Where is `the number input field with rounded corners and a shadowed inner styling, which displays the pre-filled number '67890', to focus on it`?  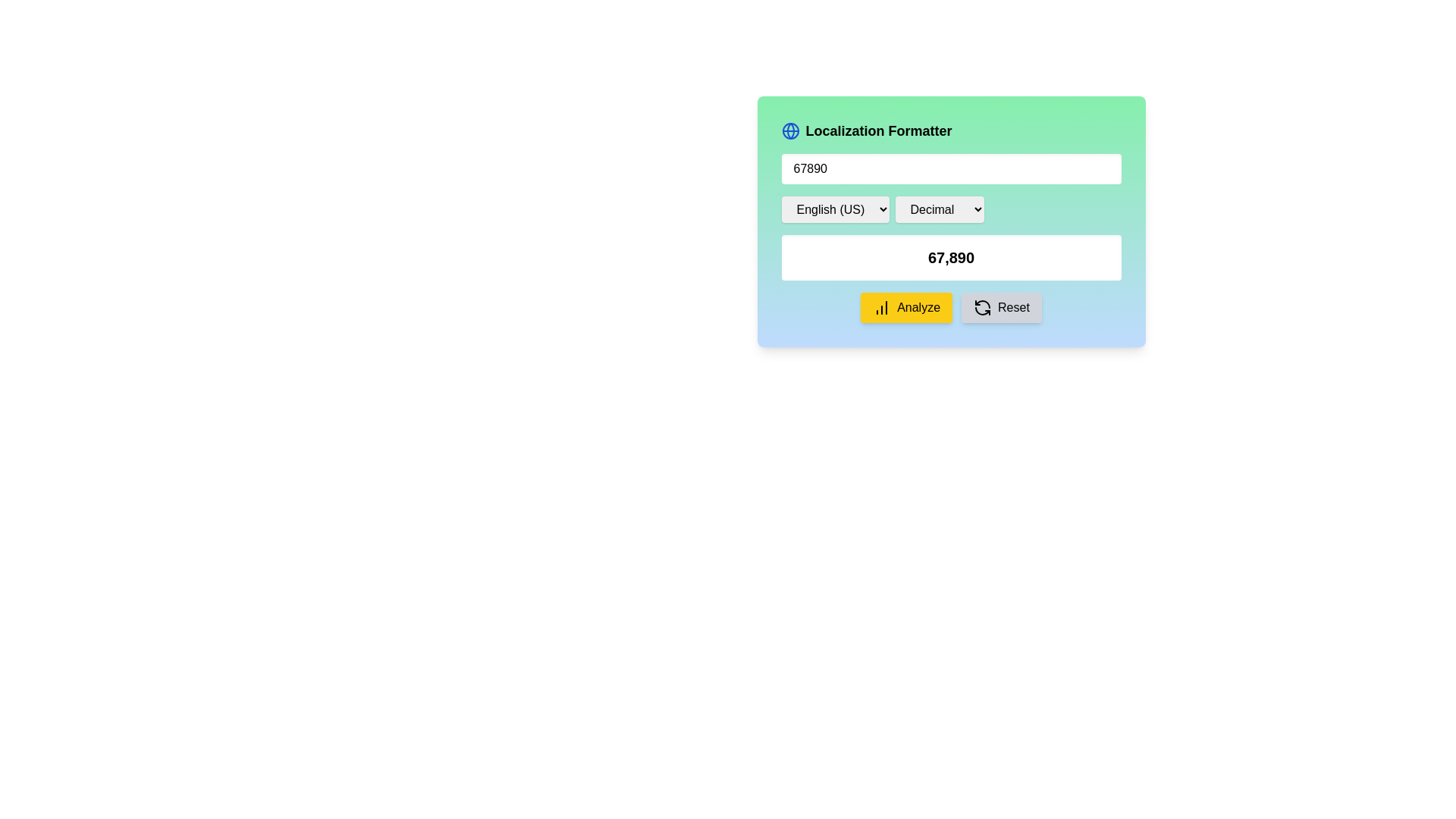 the number input field with rounded corners and a shadowed inner styling, which displays the pre-filled number '67890', to focus on it is located at coordinates (950, 169).